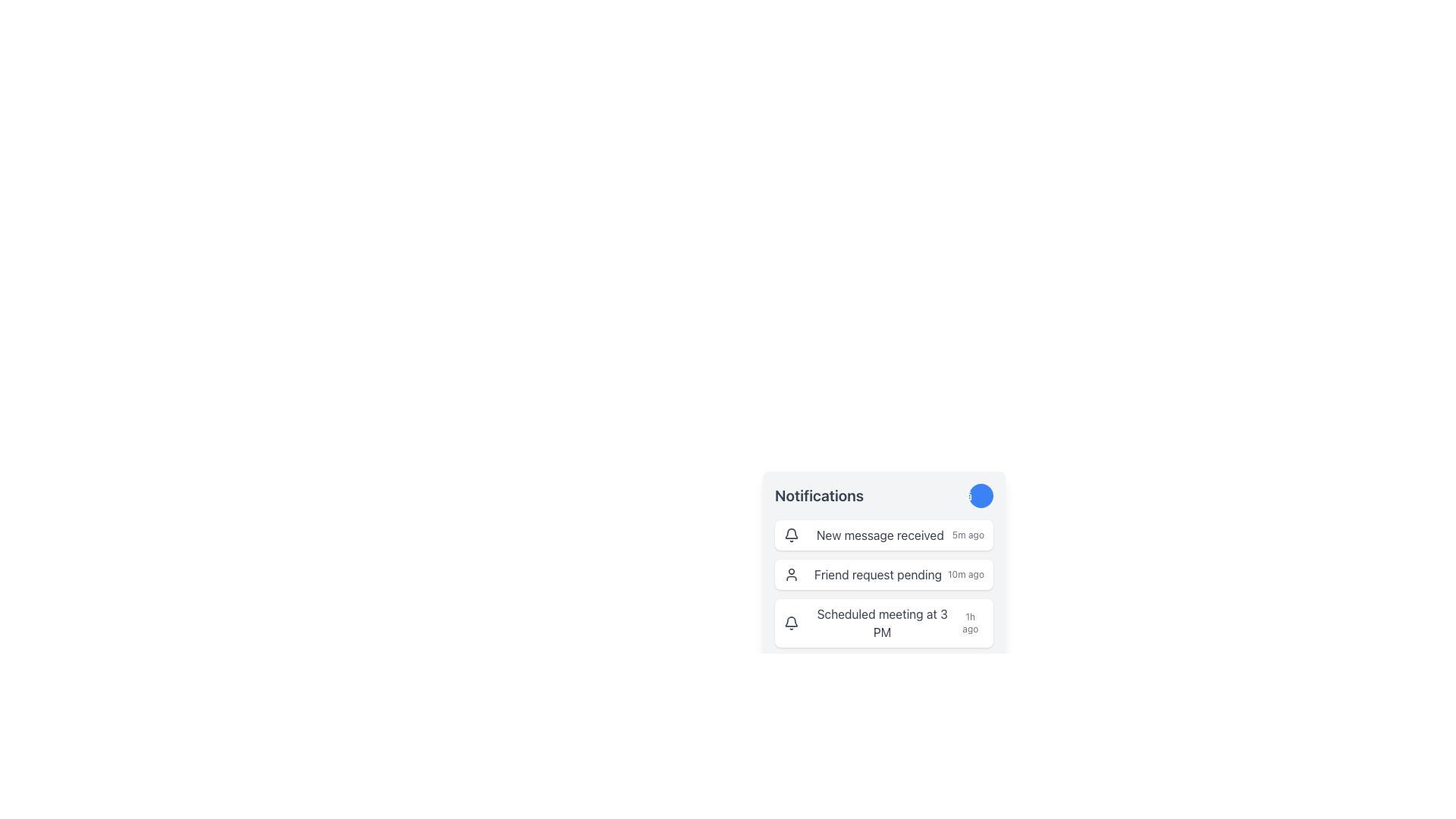 Image resolution: width=1456 pixels, height=819 pixels. Describe the element at coordinates (790, 575) in the screenshot. I see `the user account icon indicating a friend request notification, located just to the left of the notification text 'Friend request pending' and '10m ago'` at that location.